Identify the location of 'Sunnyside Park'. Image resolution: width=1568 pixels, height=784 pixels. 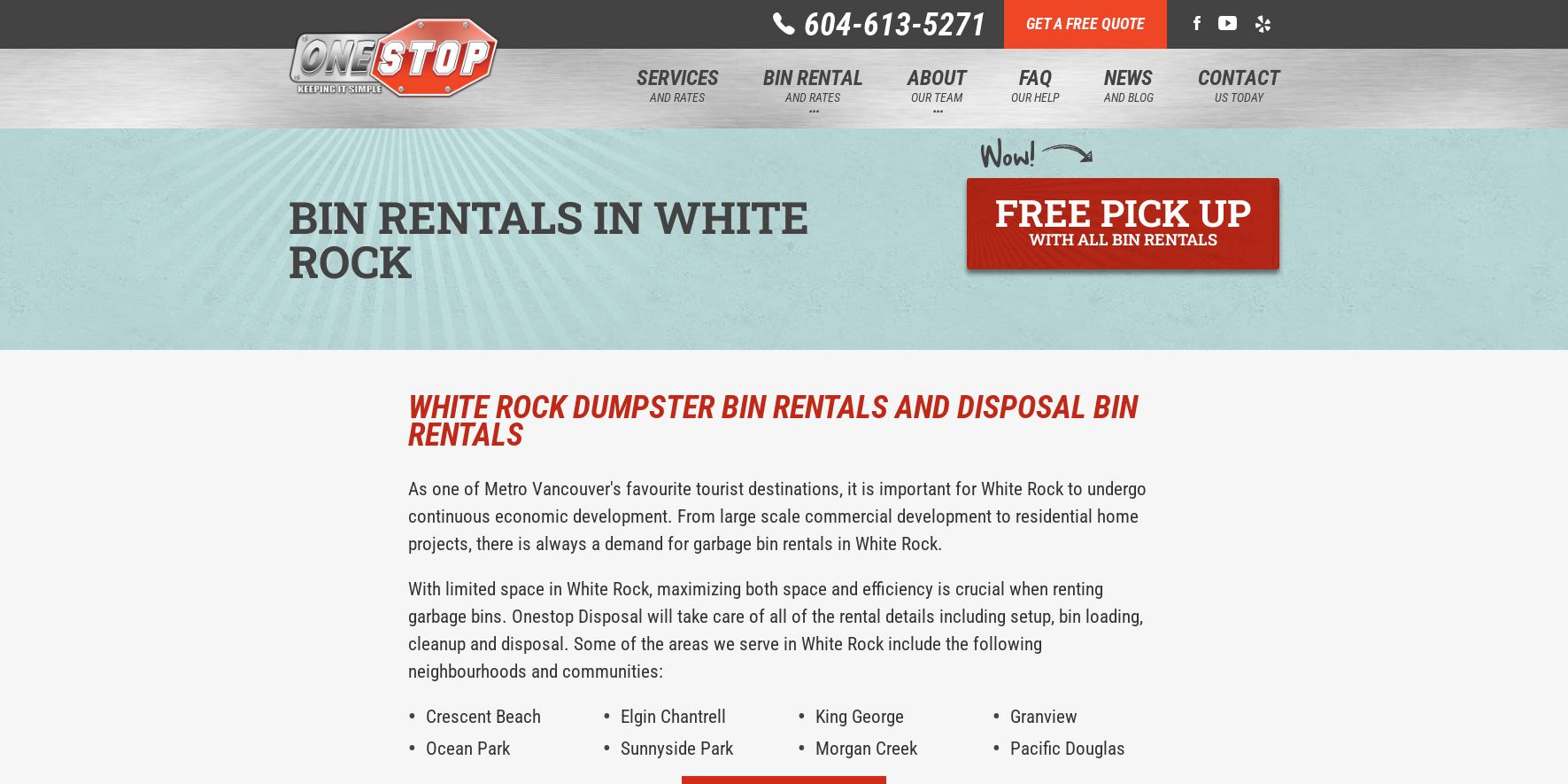
(675, 748).